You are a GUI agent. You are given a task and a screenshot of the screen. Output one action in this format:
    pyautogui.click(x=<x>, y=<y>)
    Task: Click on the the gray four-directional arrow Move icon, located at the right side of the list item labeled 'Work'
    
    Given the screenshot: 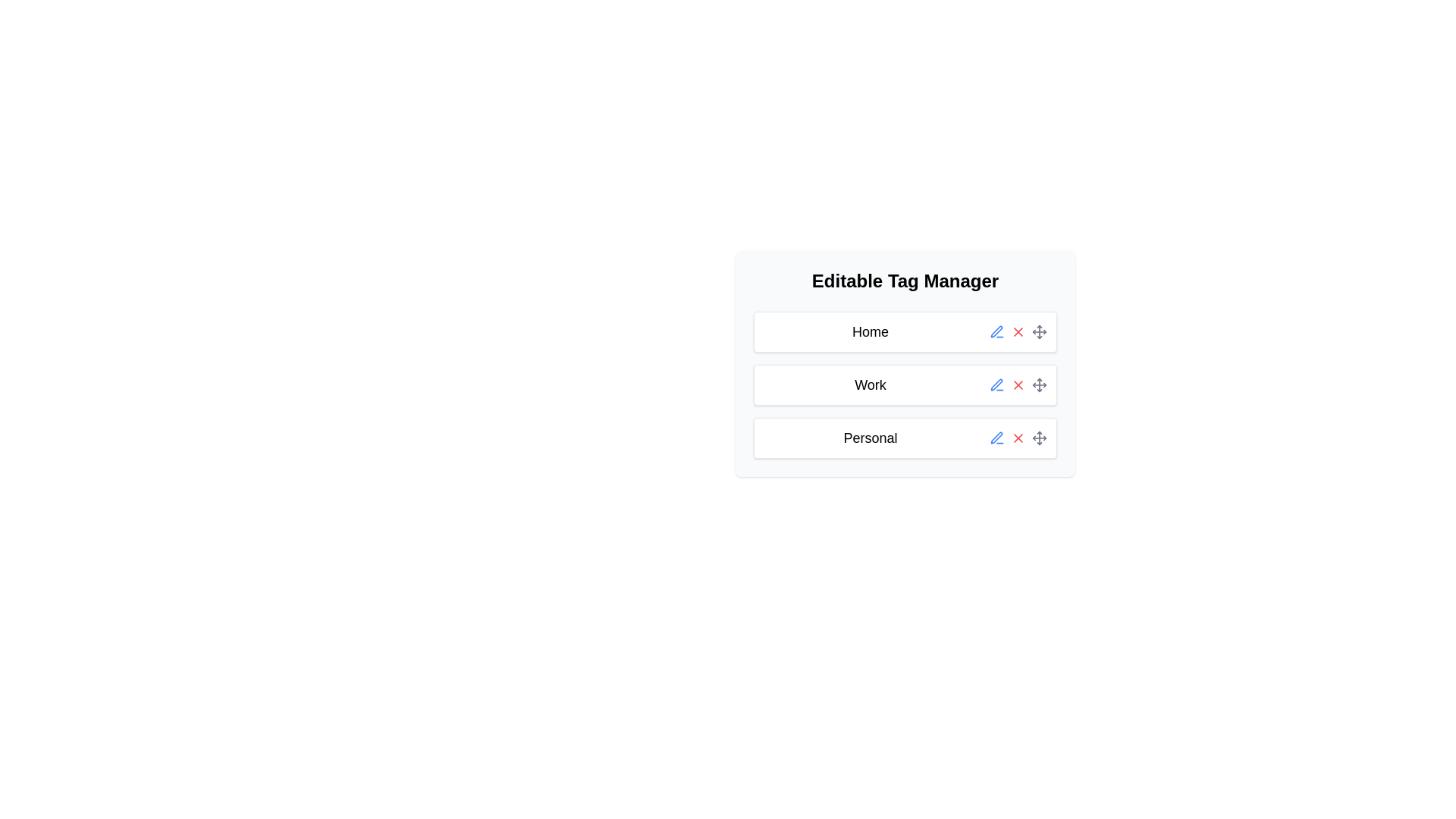 What is the action you would take?
    pyautogui.click(x=1039, y=384)
    